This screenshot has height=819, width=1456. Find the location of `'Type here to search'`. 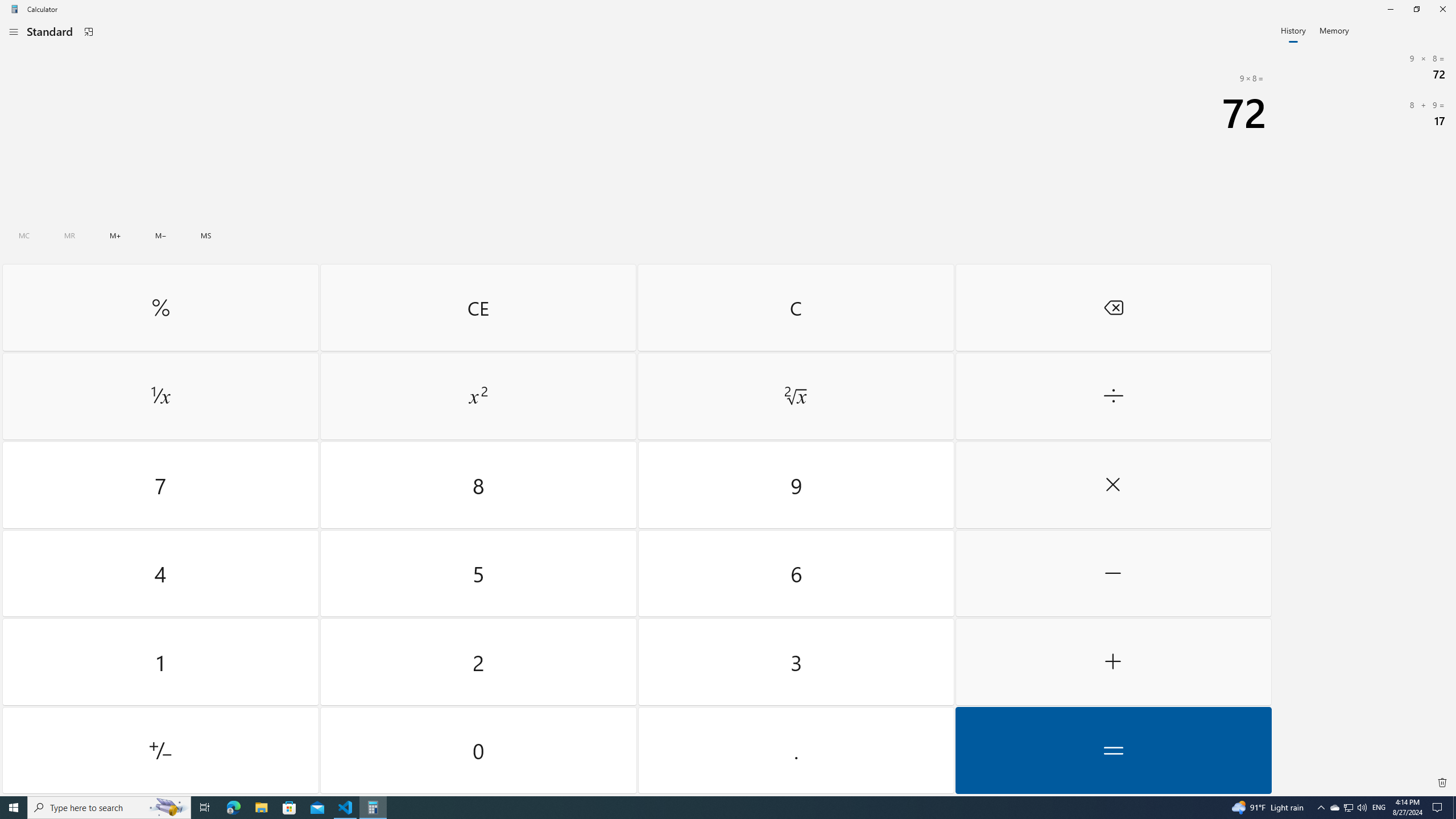

'Type here to search' is located at coordinates (109, 806).